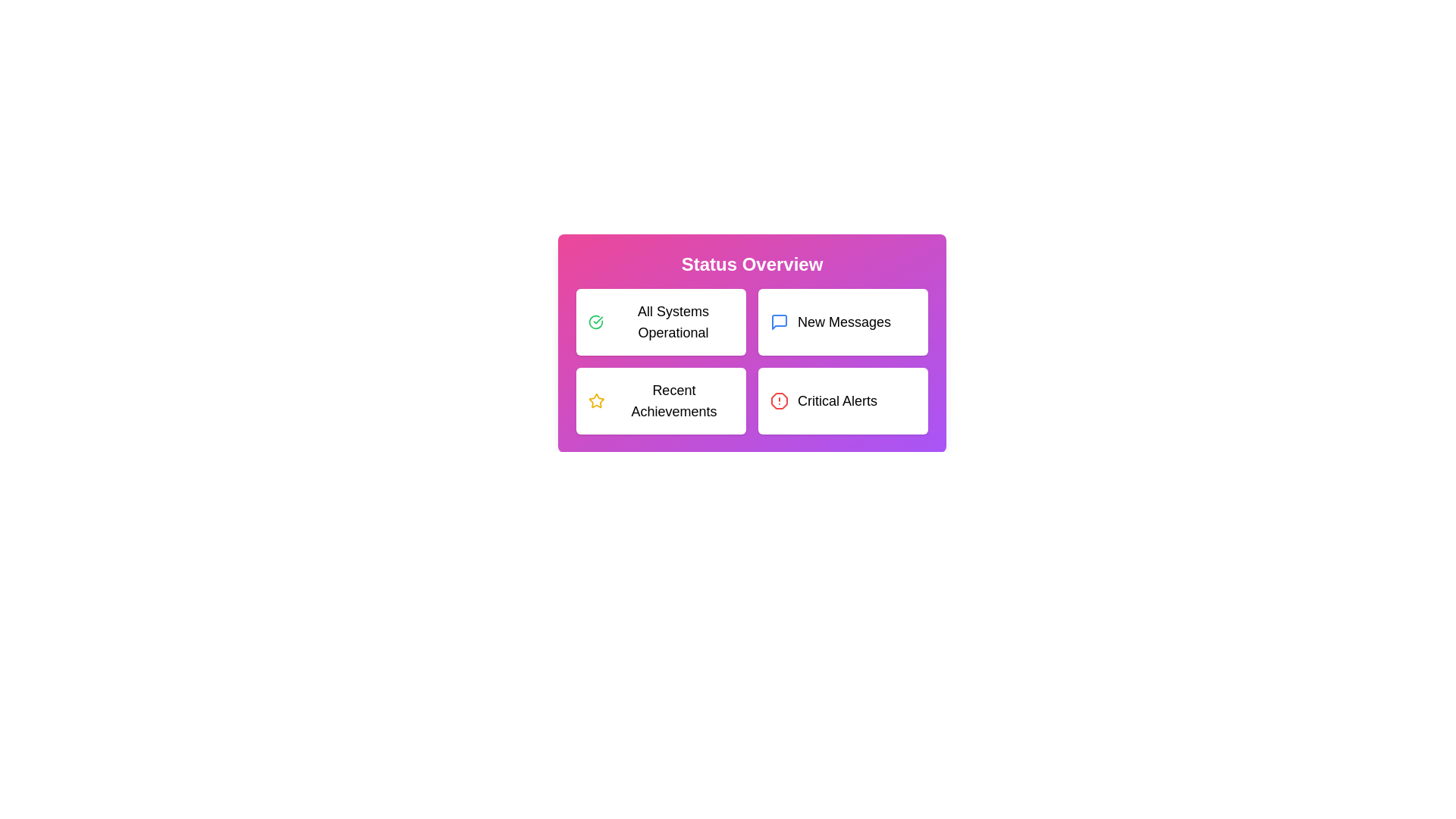  Describe the element at coordinates (779, 321) in the screenshot. I see `the blue chat bubble icon next to the text 'New Messages' within the 'New Messages' card` at that location.